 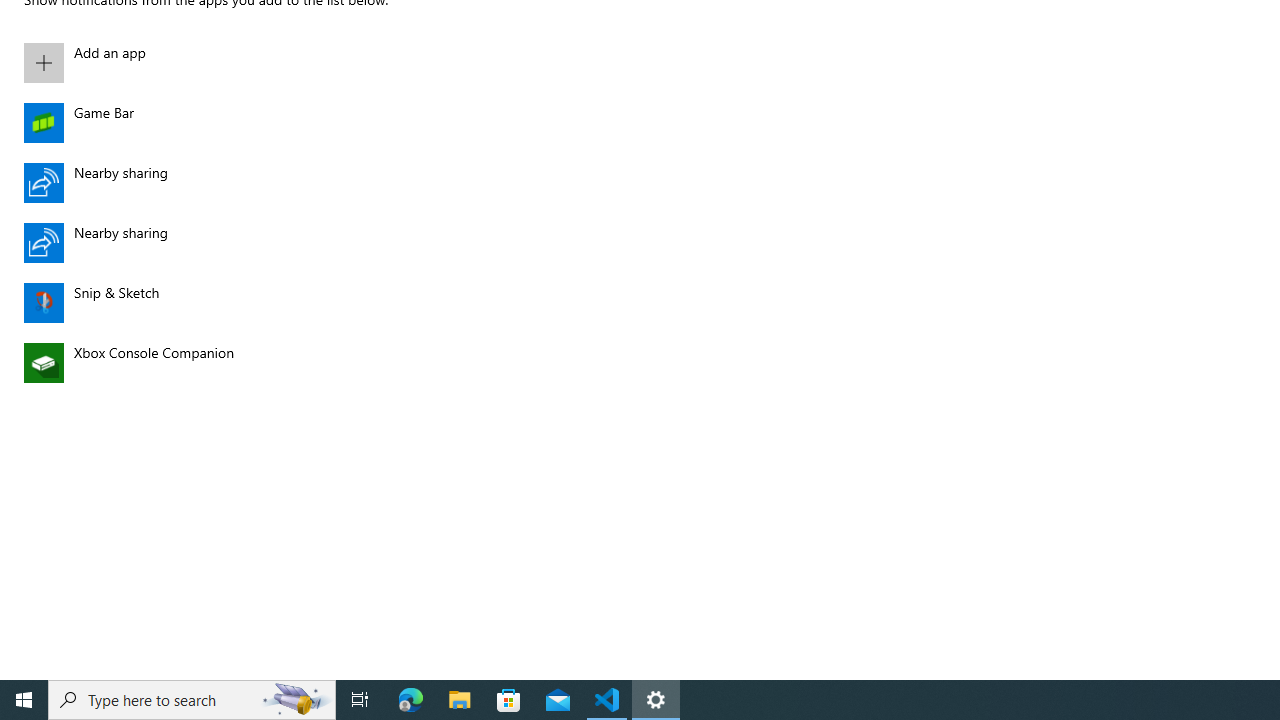 What do you see at coordinates (509, 698) in the screenshot?
I see `'Microsoft Store'` at bounding box center [509, 698].